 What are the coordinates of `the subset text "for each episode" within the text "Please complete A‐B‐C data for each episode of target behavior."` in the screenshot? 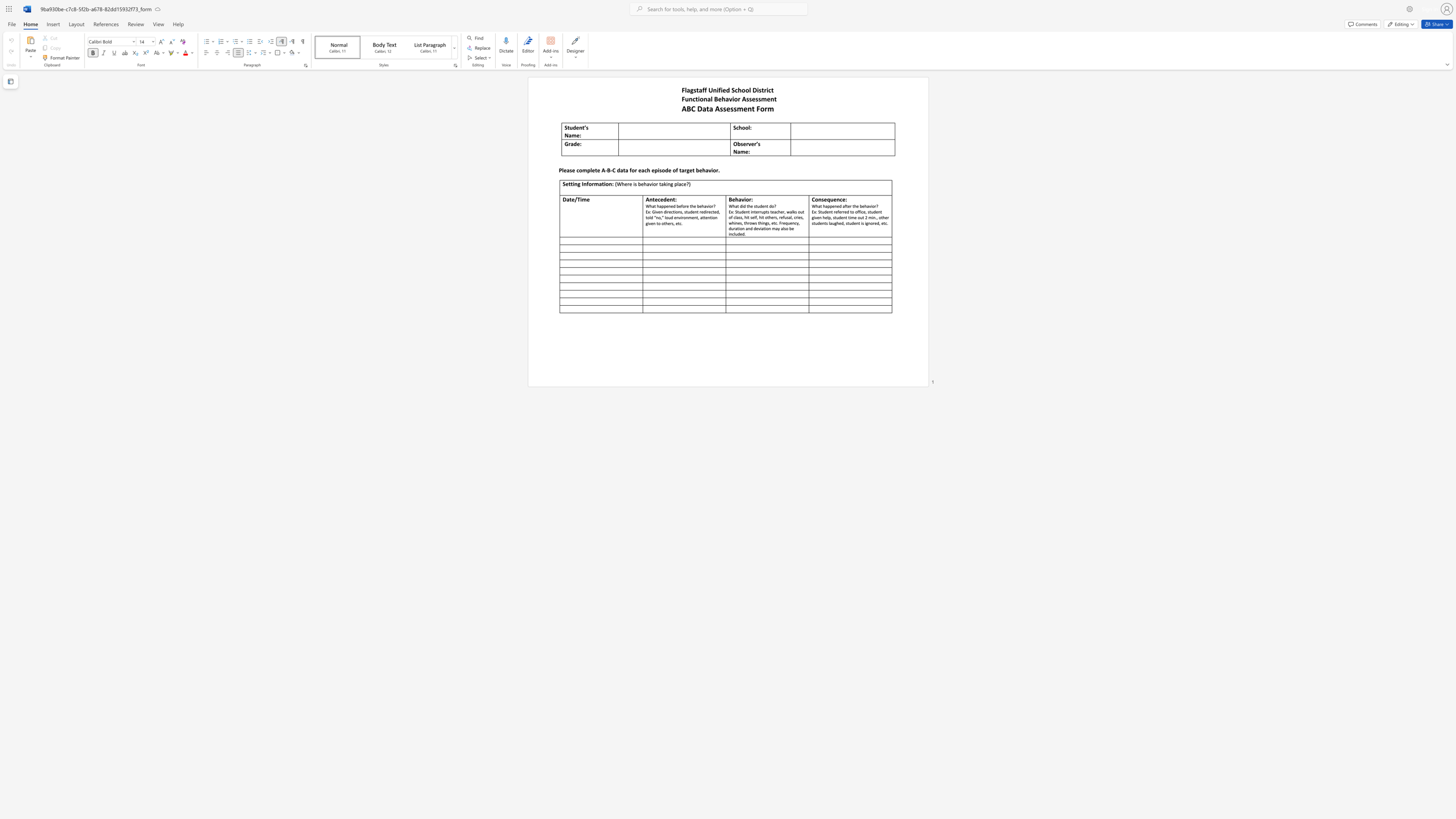 It's located at (630, 170).